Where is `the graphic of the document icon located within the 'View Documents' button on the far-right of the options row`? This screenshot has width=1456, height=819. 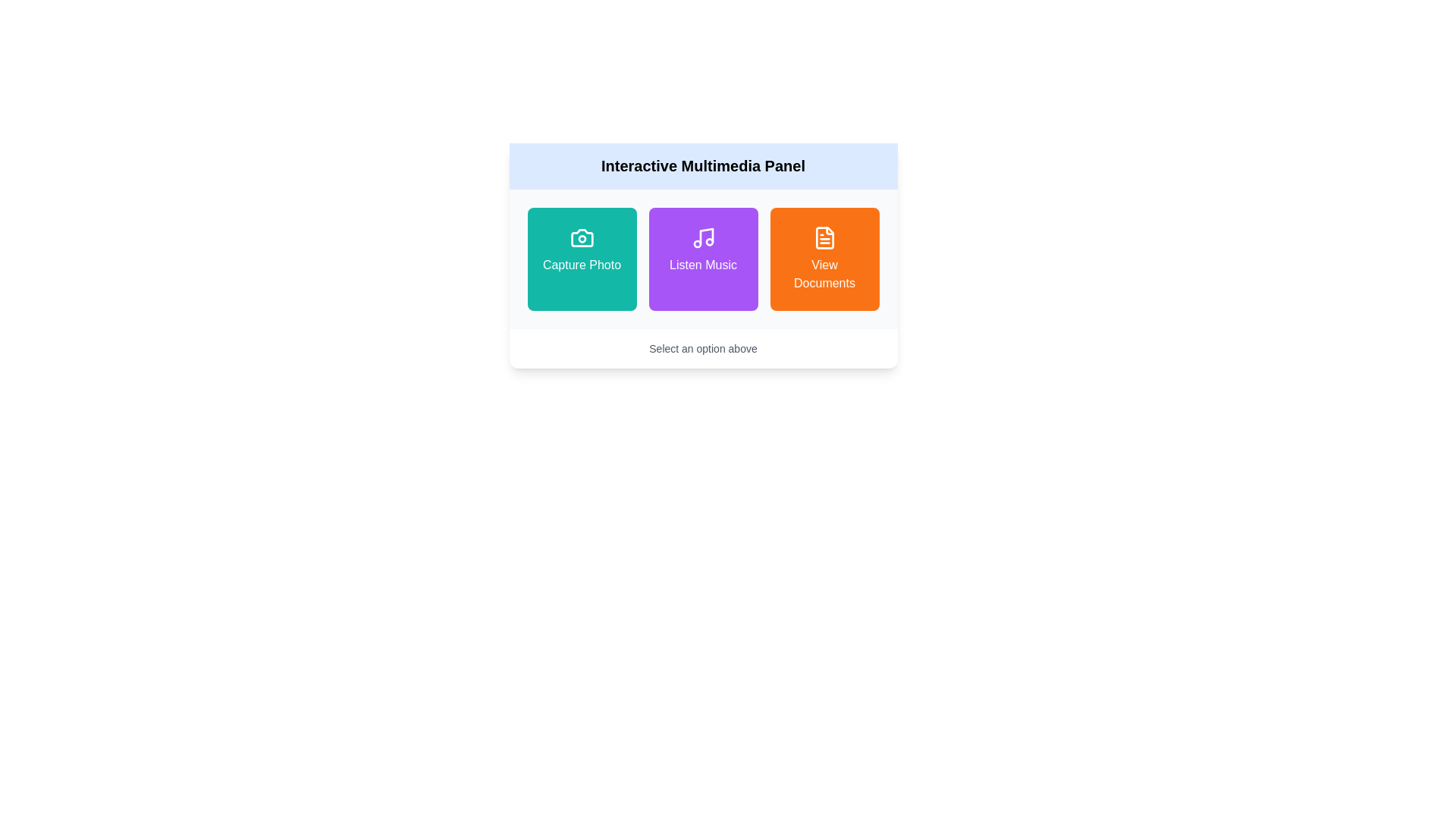 the graphic of the document icon located within the 'View Documents' button on the far-right of the options row is located at coordinates (824, 237).